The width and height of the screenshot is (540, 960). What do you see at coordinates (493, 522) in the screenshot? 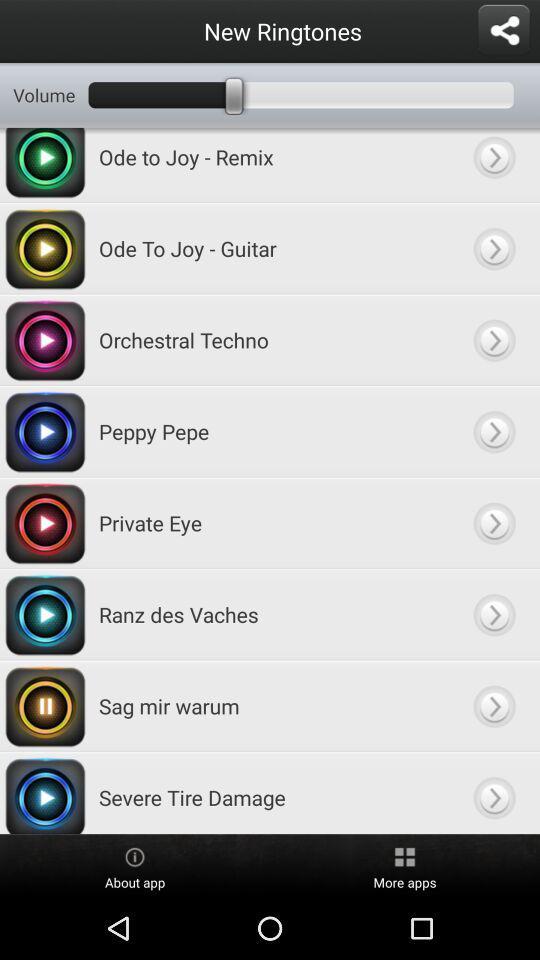
I see `next` at bounding box center [493, 522].